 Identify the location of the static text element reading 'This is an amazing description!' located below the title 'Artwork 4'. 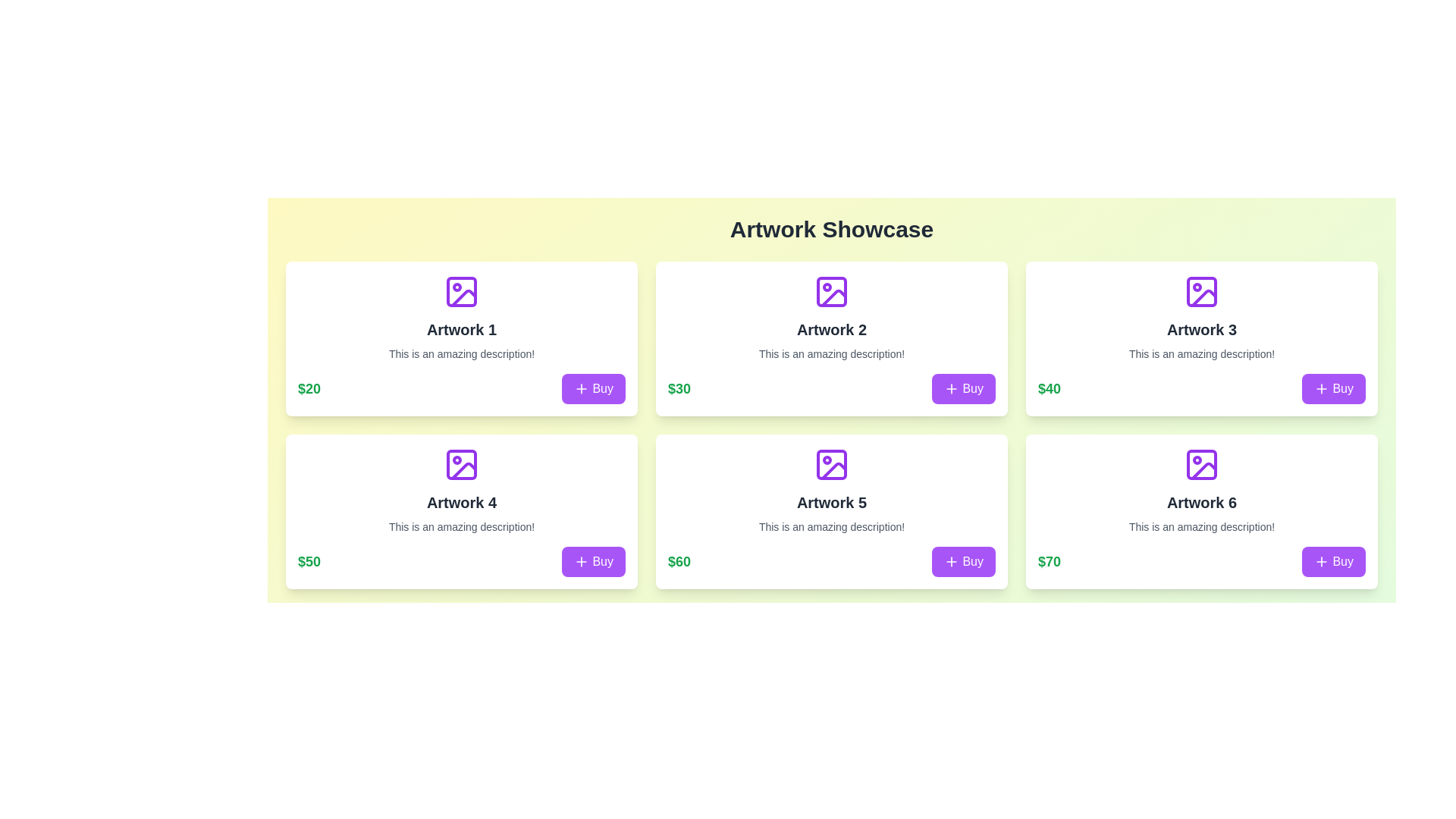
(461, 526).